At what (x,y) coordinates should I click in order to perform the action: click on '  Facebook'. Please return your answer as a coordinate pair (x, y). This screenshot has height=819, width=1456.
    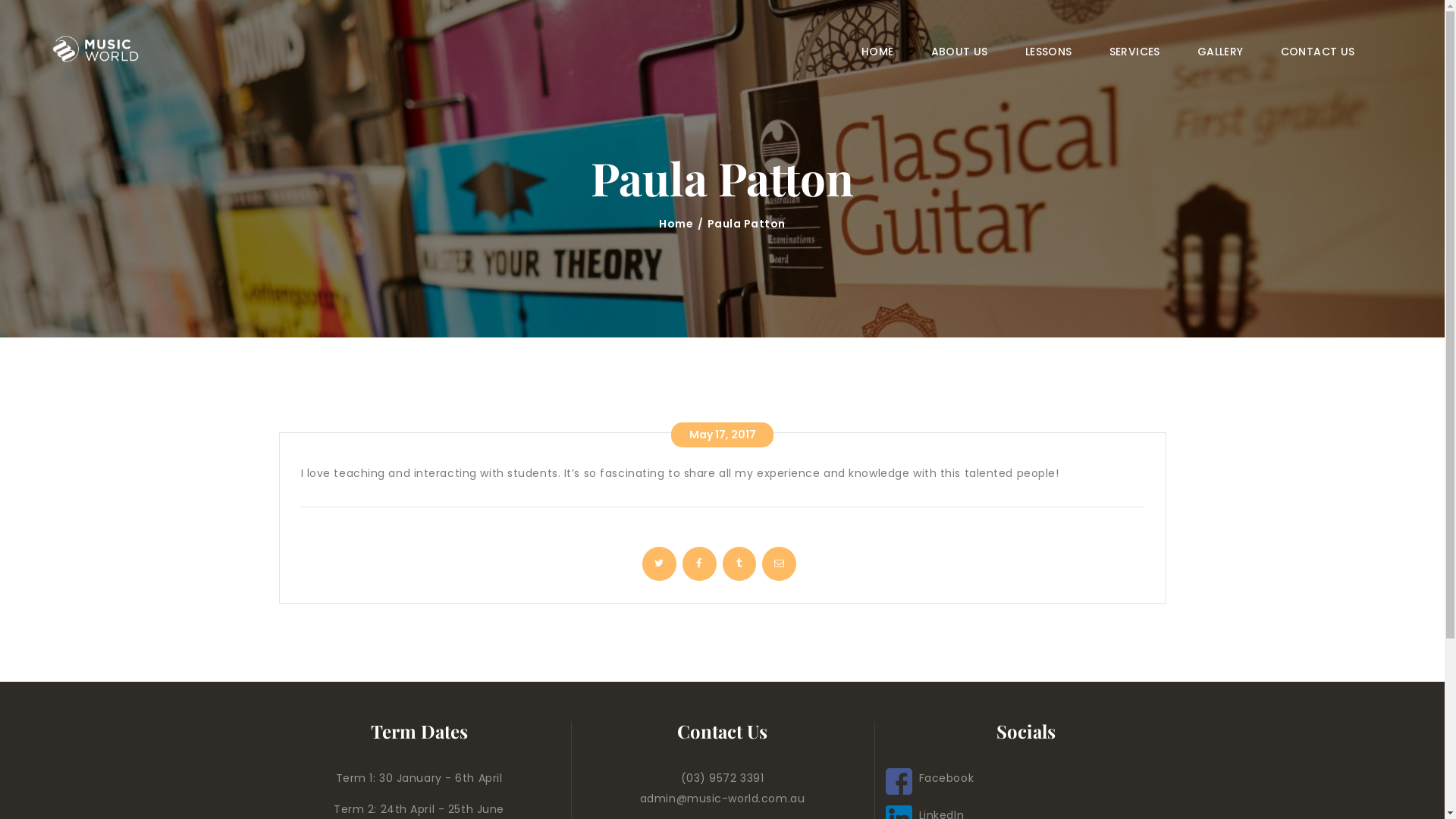
    Looking at the image, I should click on (929, 778).